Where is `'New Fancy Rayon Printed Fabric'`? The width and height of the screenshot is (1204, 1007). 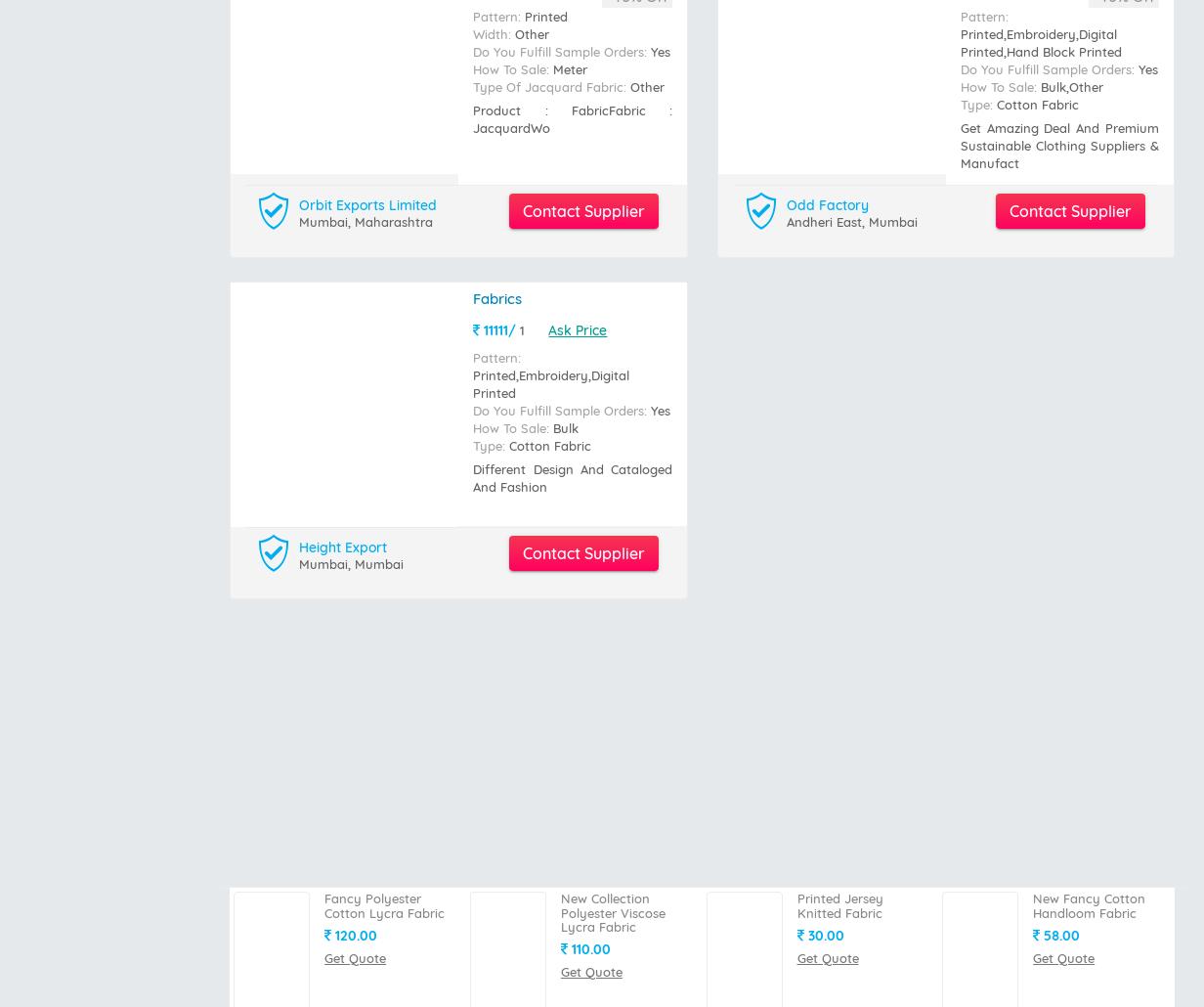
'New Fancy Rayon Printed Fabric' is located at coordinates (616, 615).